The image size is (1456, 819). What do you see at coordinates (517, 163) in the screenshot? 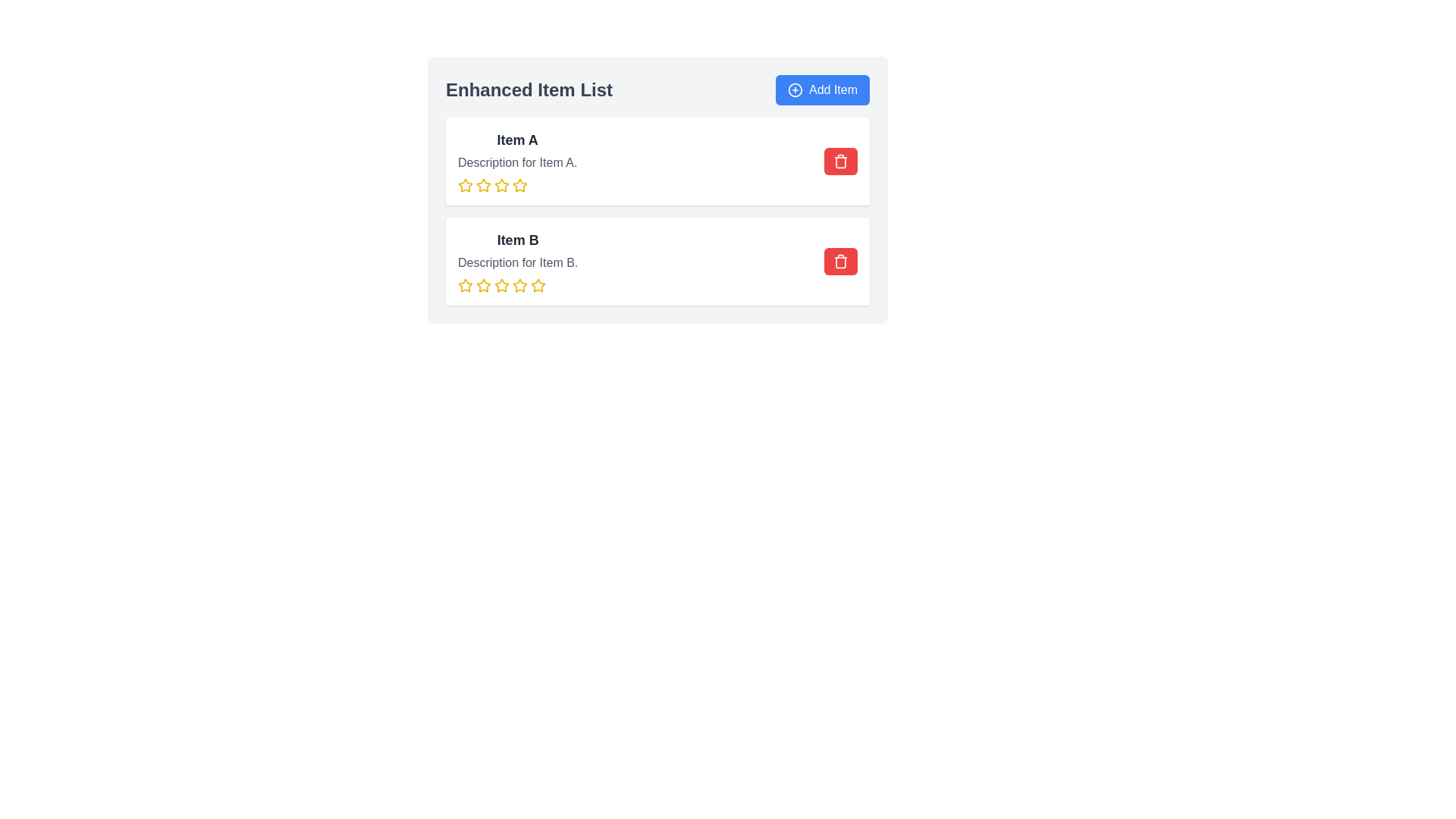
I see `the text label element that reads 'Description for Item A.' styled in gray, positioned centrally below 'Item A' and above a row of star icons` at bounding box center [517, 163].